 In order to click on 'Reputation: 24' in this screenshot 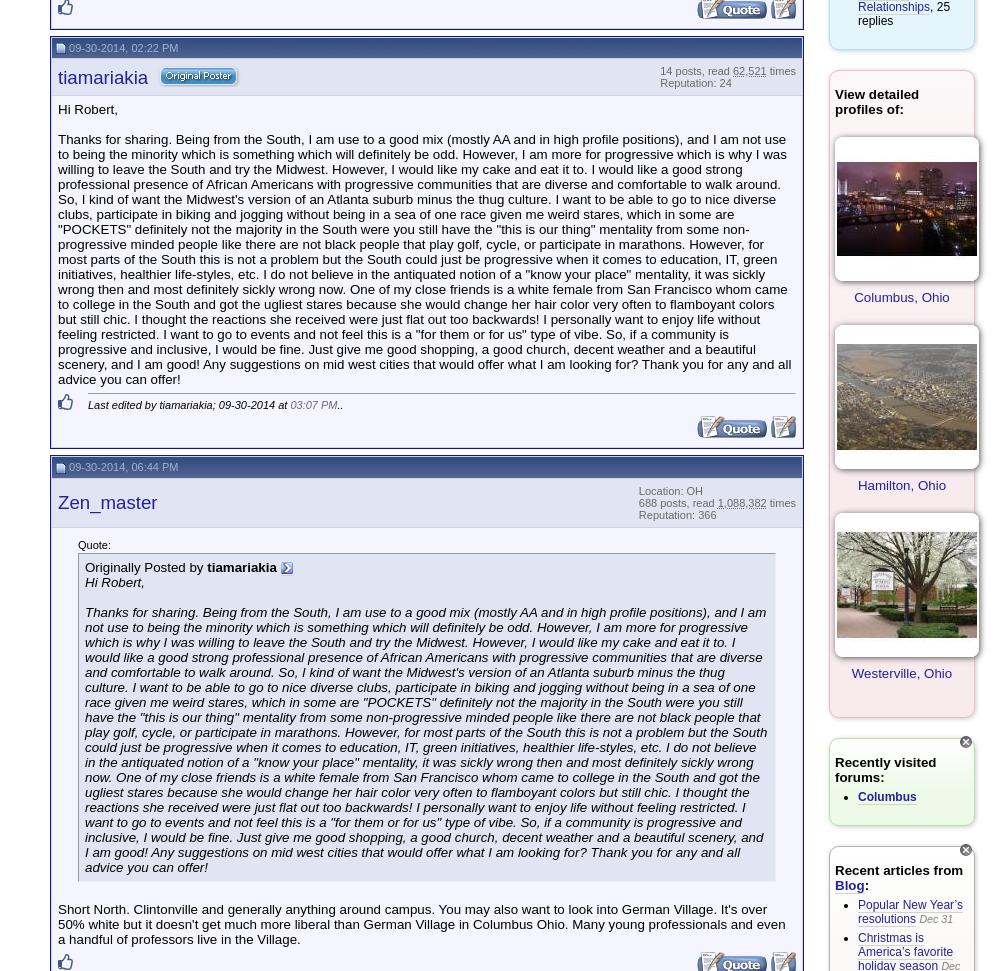, I will do `click(660, 82)`.